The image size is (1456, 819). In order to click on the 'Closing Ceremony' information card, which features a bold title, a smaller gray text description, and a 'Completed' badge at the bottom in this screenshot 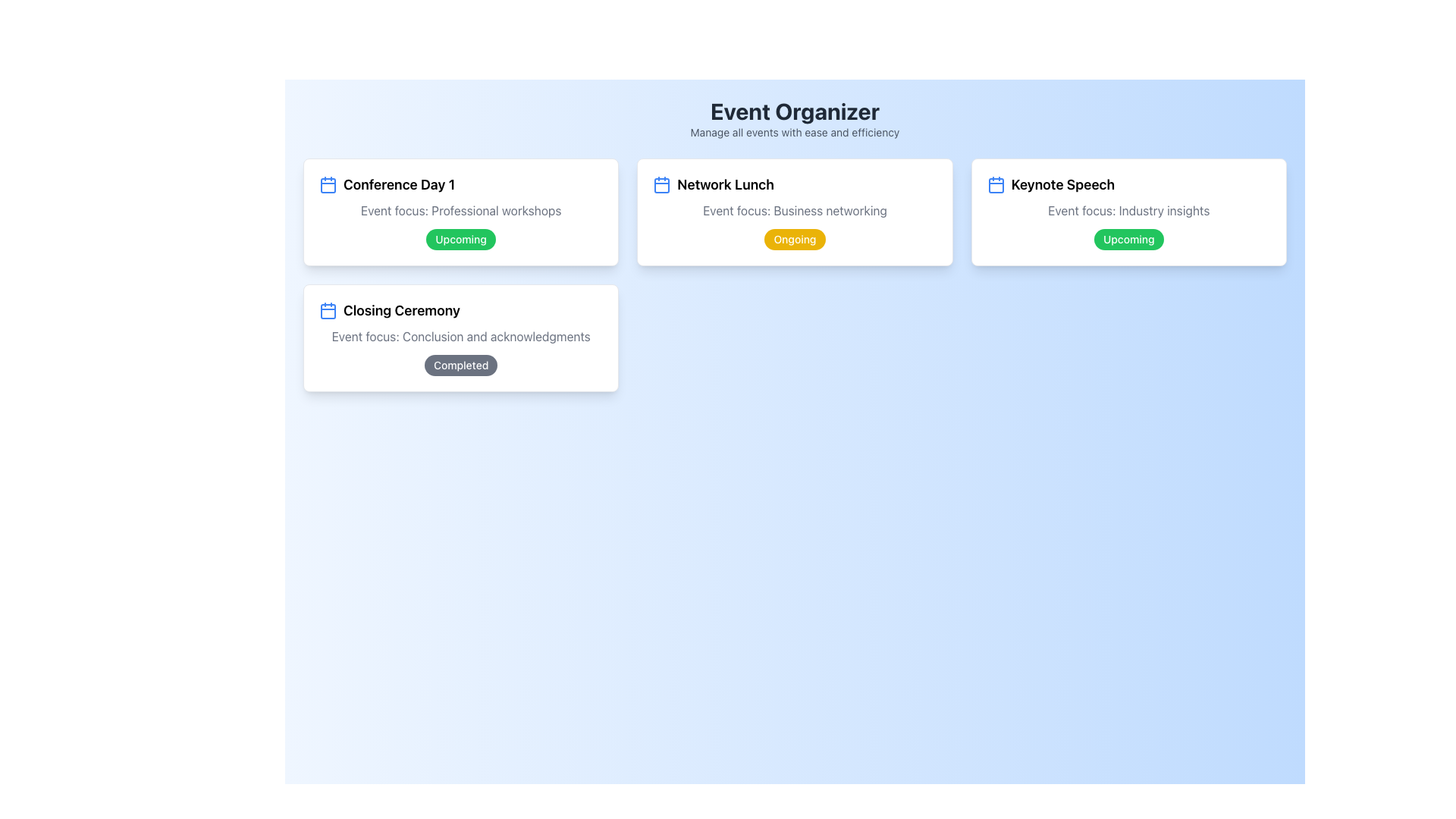, I will do `click(460, 337)`.